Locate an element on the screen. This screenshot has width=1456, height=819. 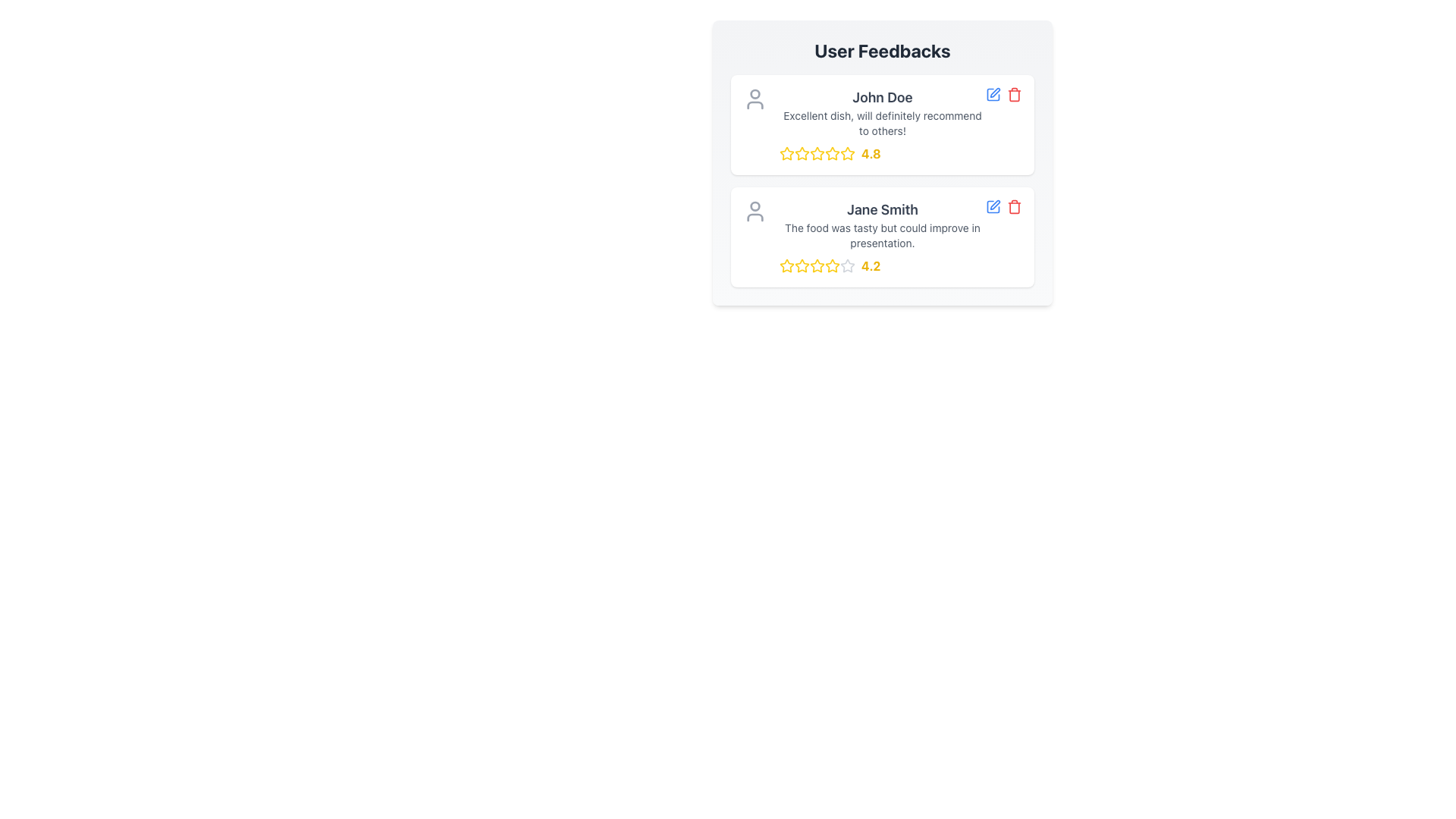
the fourth star icon in the yellow and gray rating system, located before the text '4.2' in Jane Smith's review is located at coordinates (817, 265).